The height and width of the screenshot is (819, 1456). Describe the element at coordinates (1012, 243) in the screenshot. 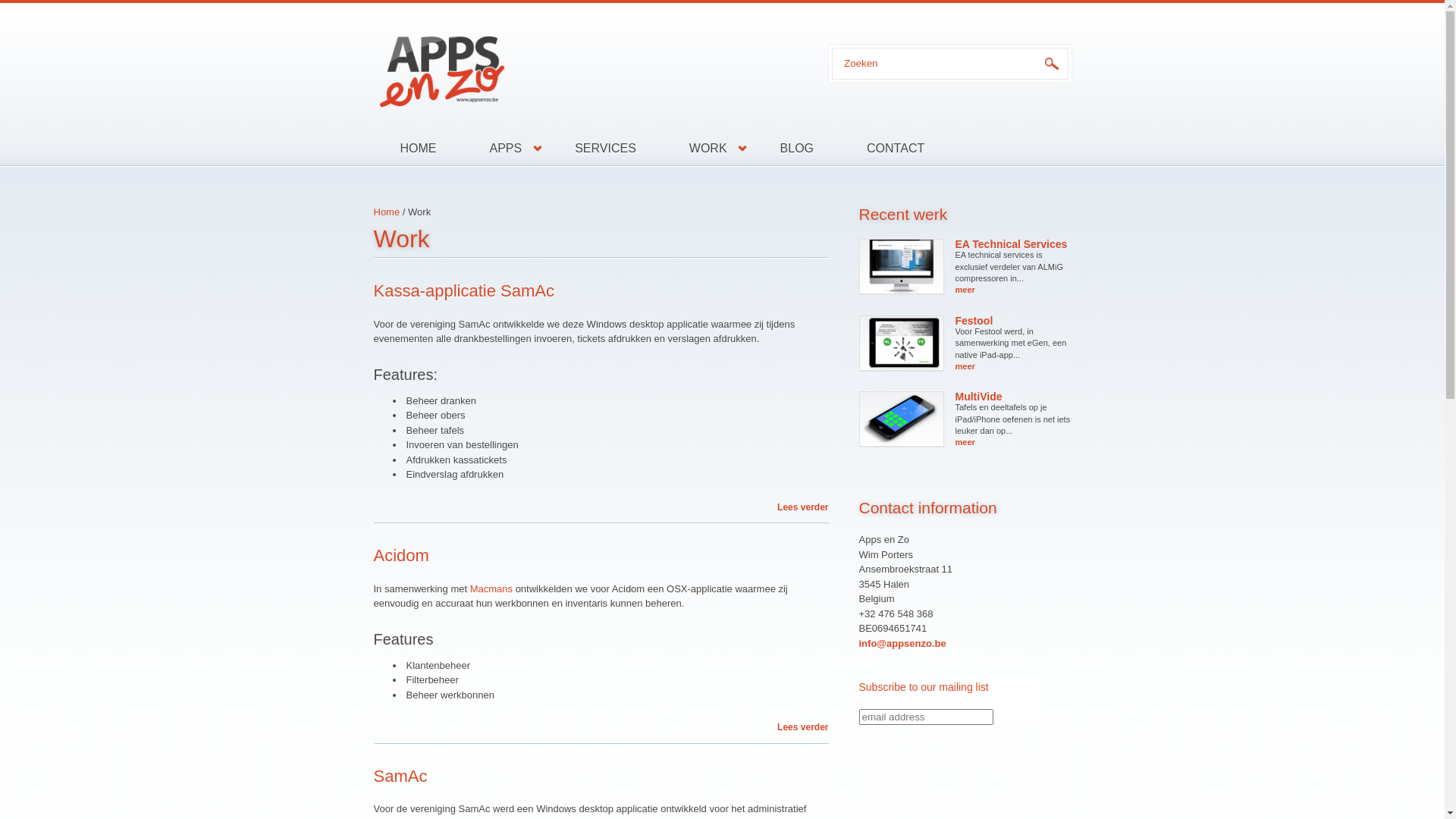

I see `'EA Technical Services'` at that location.